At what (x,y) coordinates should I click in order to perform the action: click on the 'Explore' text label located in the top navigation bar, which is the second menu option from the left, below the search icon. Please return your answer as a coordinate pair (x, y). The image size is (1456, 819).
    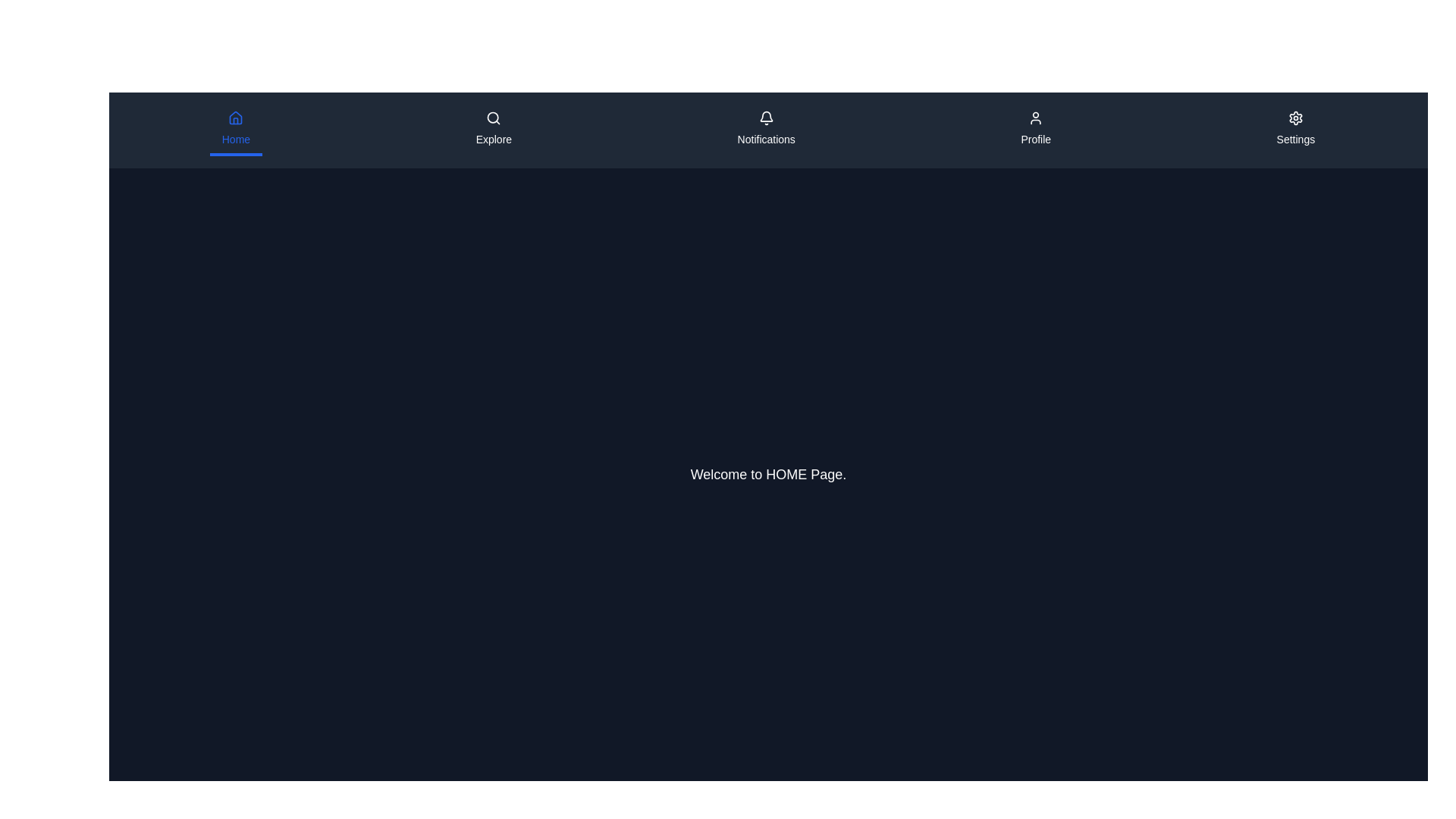
    Looking at the image, I should click on (494, 140).